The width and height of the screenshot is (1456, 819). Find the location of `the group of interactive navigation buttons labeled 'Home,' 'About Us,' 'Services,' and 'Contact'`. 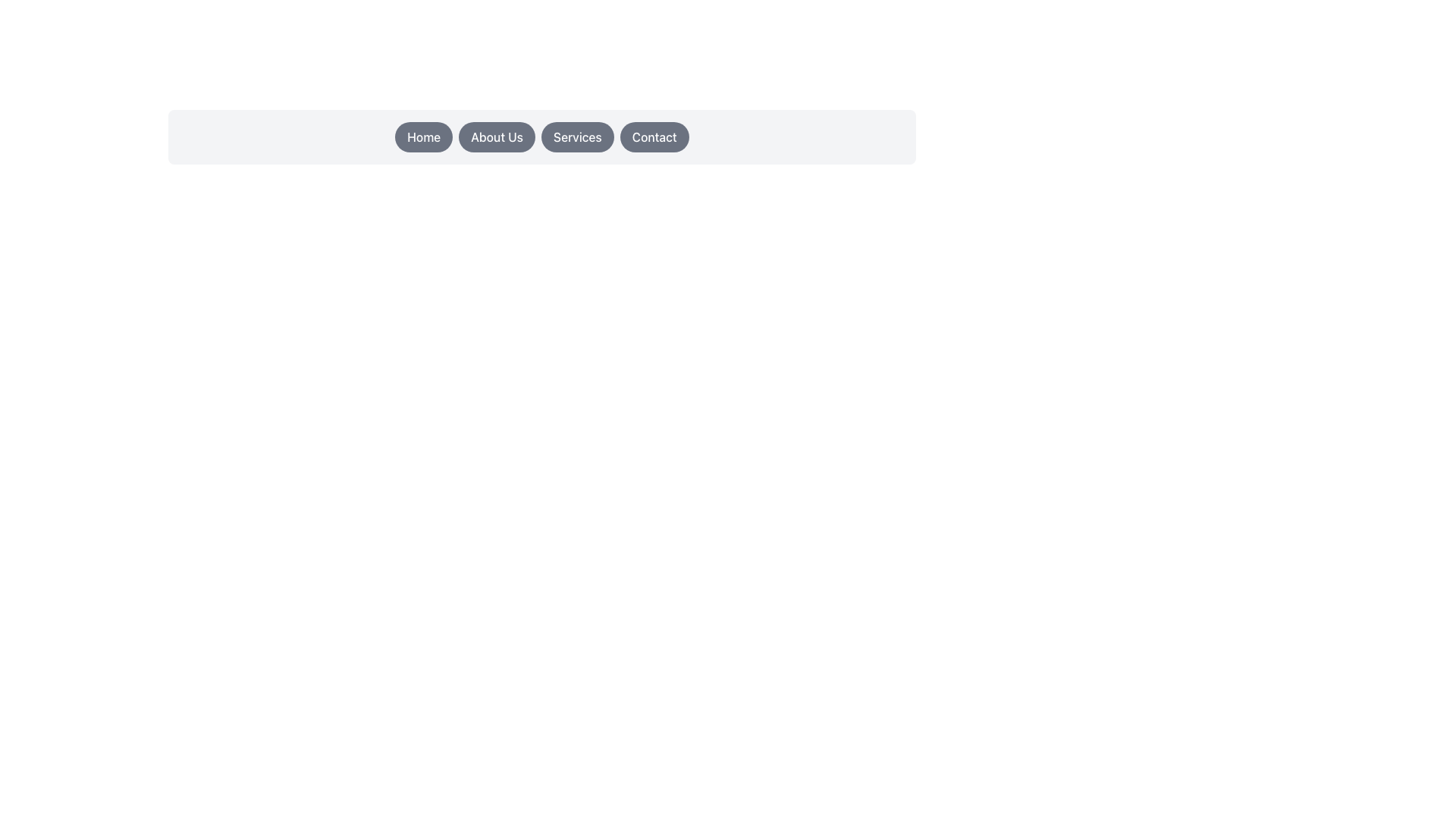

the group of interactive navigation buttons labeled 'Home,' 'About Us,' 'Services,' and 'Contact' is located at coordinates (542, 137).